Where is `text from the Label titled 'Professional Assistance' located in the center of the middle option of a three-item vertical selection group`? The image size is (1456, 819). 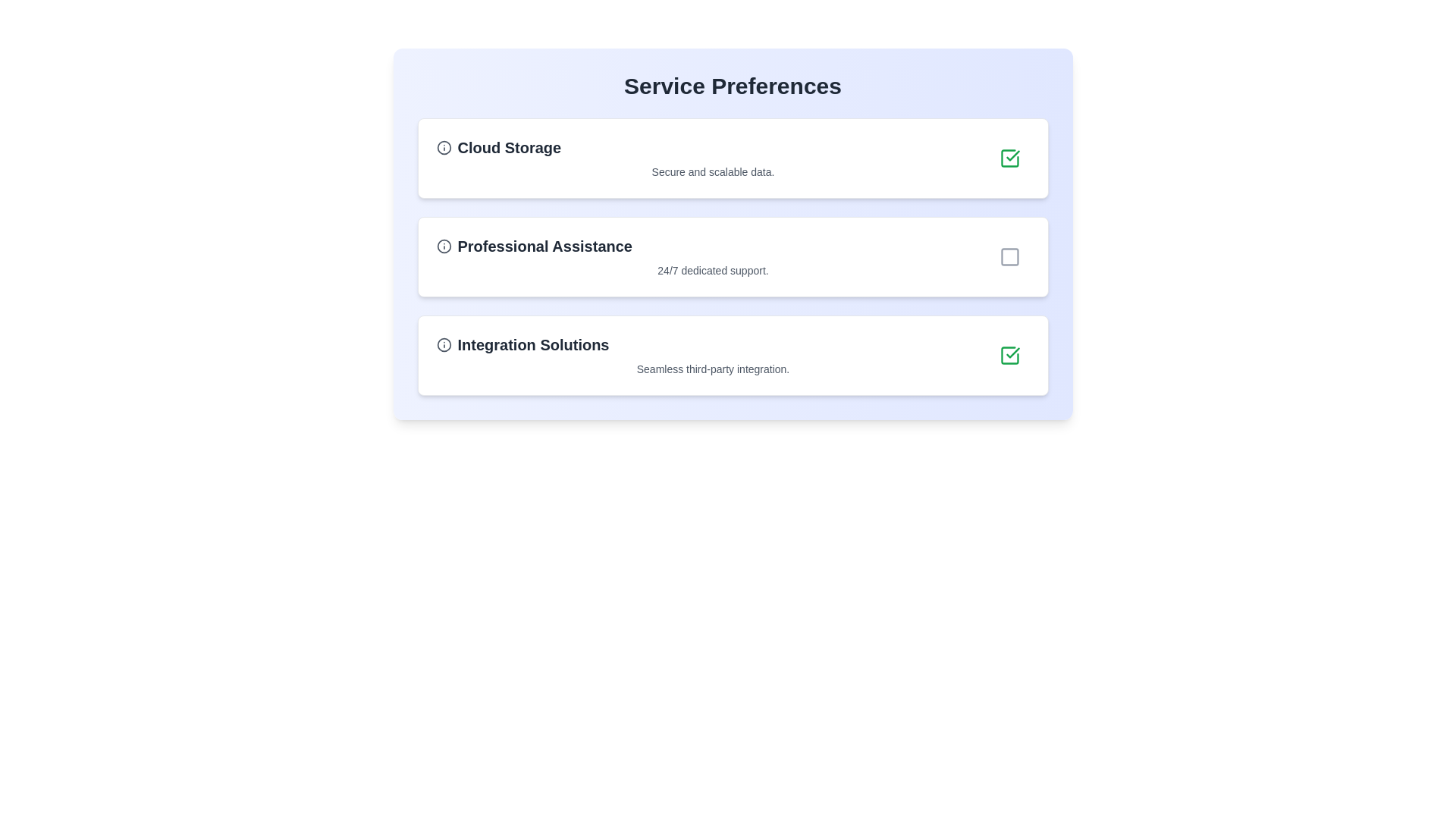
text from the Label titled 'Professional Assistance' located in the center of the middle option of a three-item vertical selection group is located at coordinates (544, 245).